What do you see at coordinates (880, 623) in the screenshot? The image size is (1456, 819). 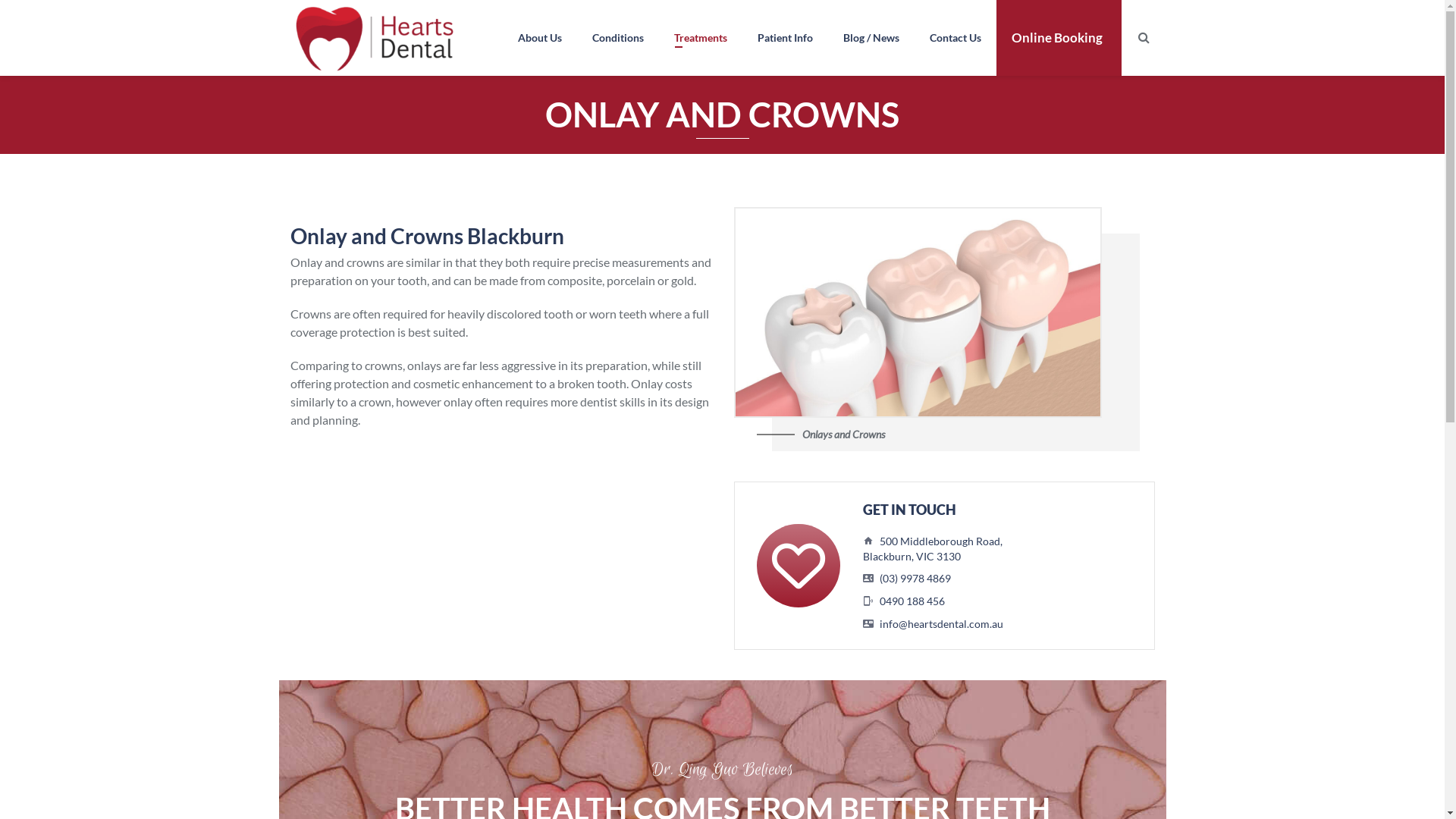 I see `'info@heartsdental.com.au'` at bounding box center [880, 623].